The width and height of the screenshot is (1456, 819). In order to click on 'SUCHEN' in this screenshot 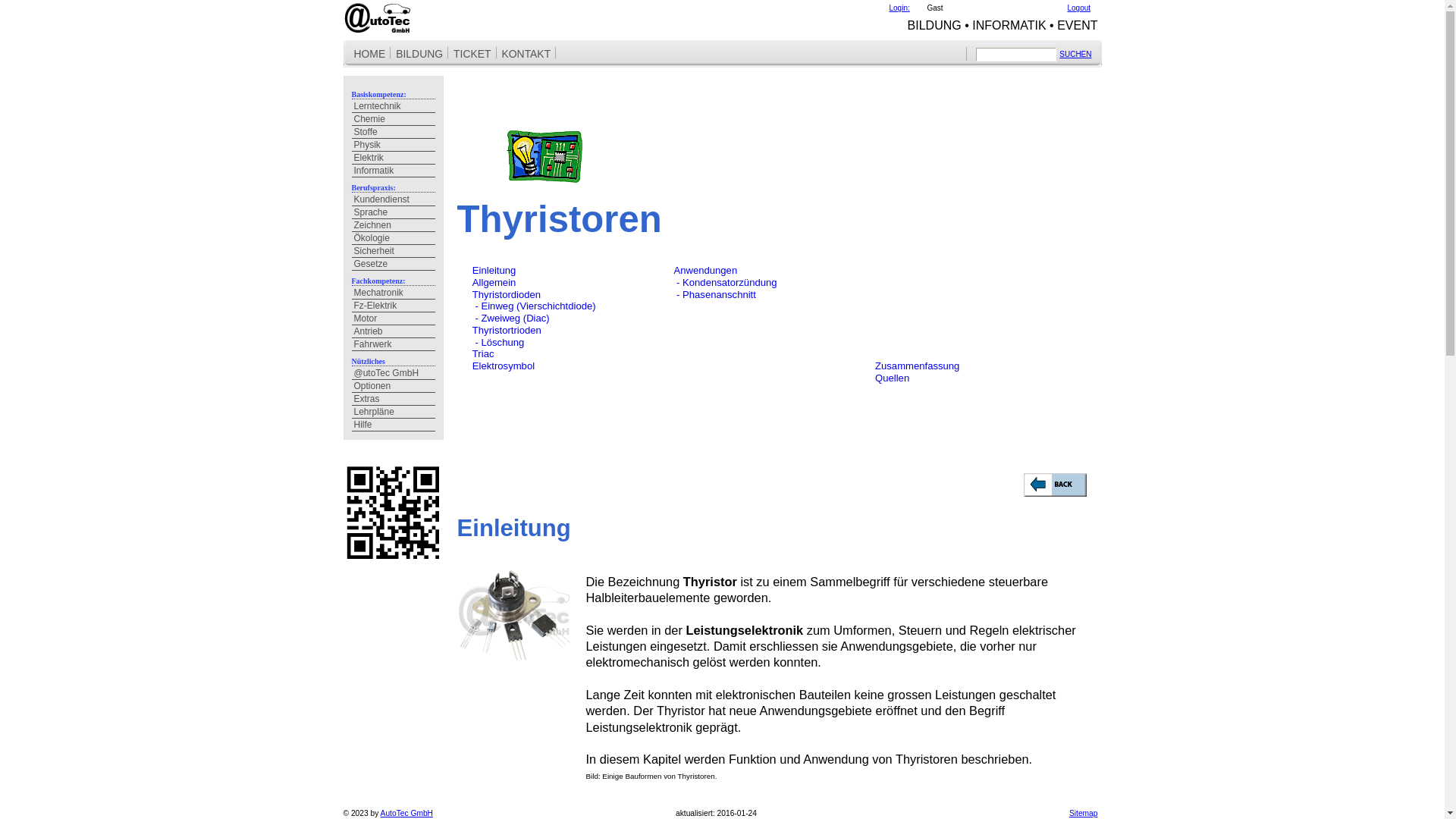, I will do `click(1074, 53)`.